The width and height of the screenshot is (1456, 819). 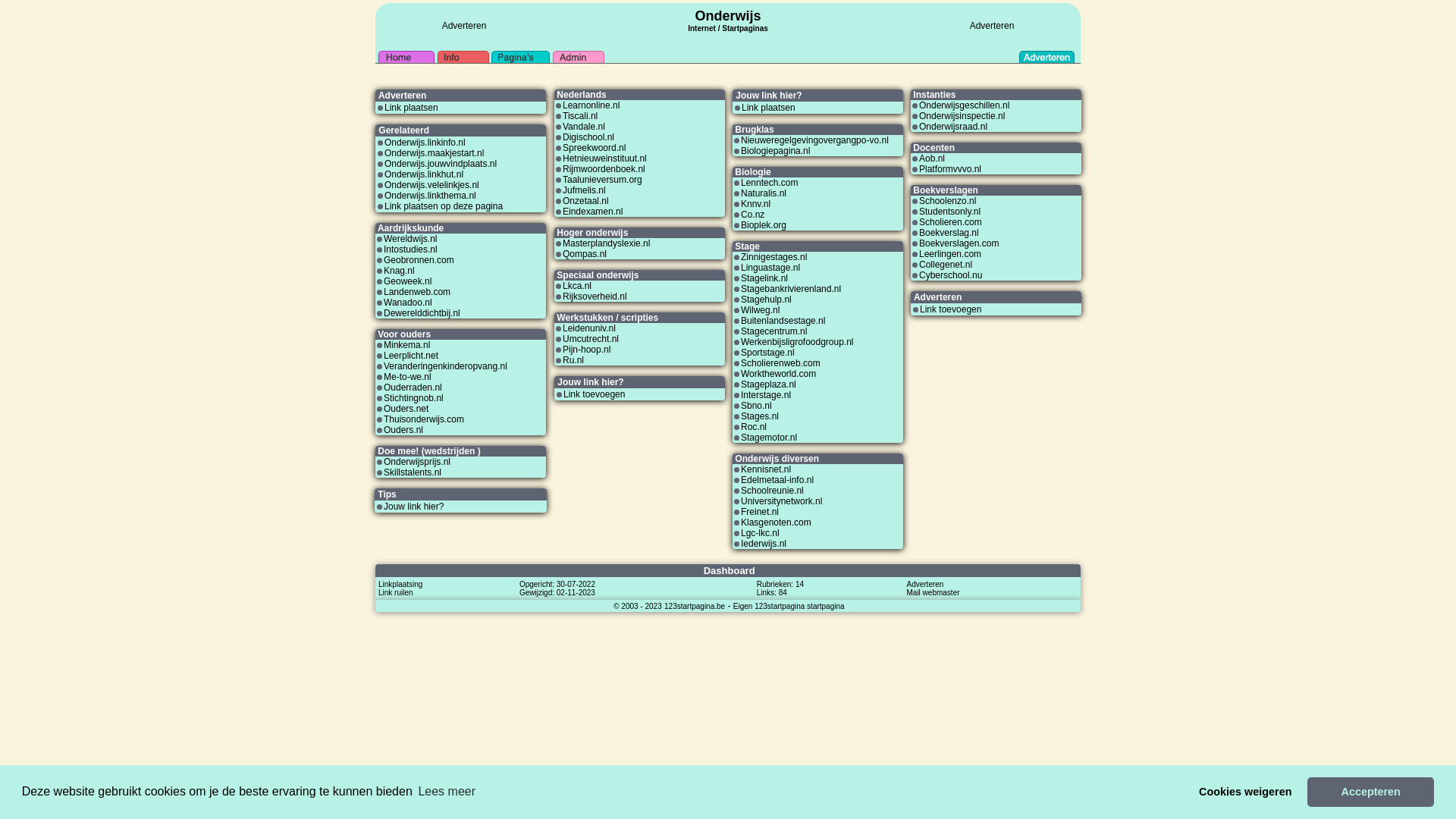 What do you see at coordinates (383, 345) in the screenshot?
I see `'Minkema.nl'` at bounding box center [383, 345].